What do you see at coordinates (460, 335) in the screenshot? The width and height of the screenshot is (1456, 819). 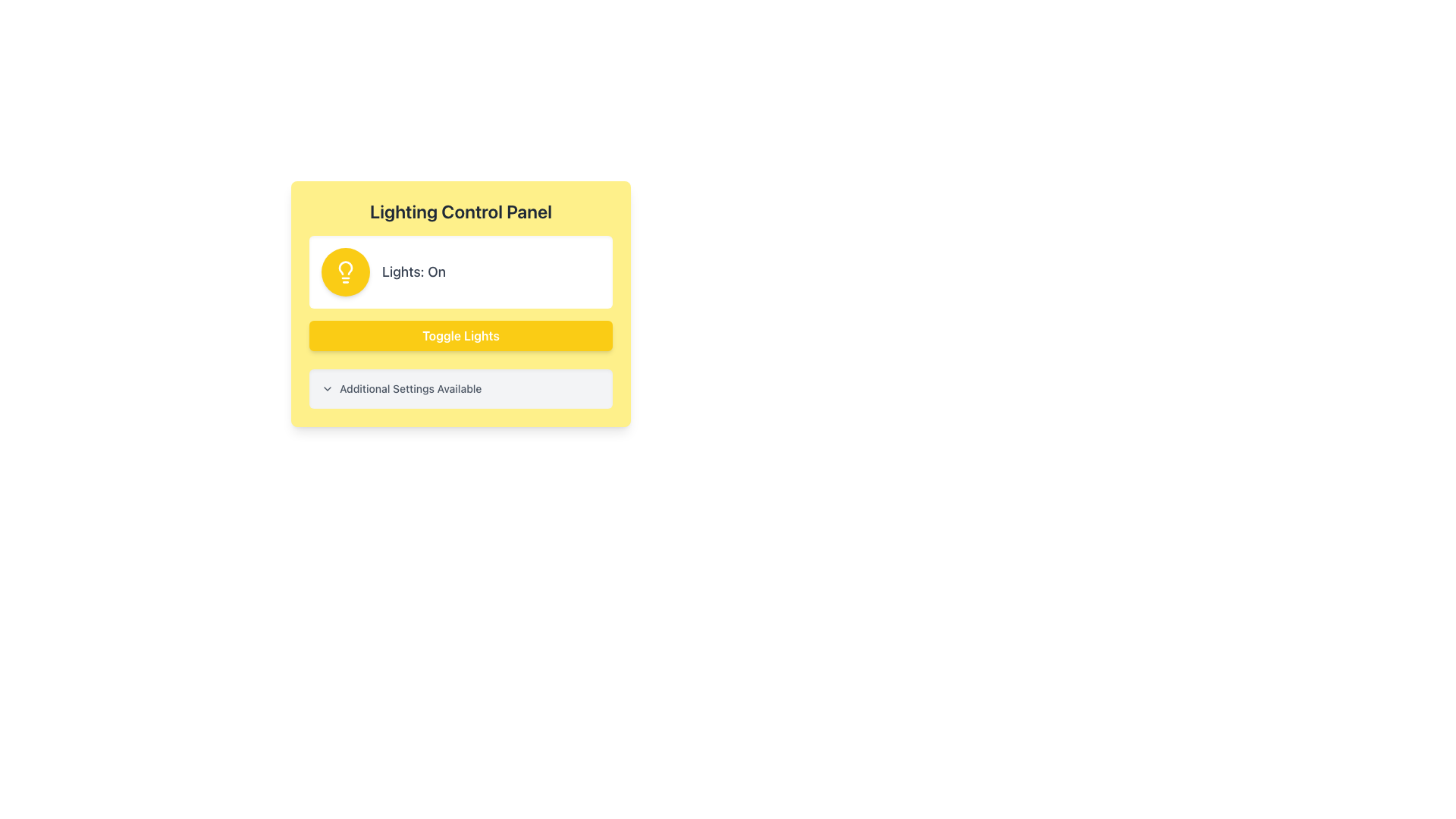 I see `the lighting toggle button located in the 'Lighting Control Panel'` at bounding box center [460, 335].